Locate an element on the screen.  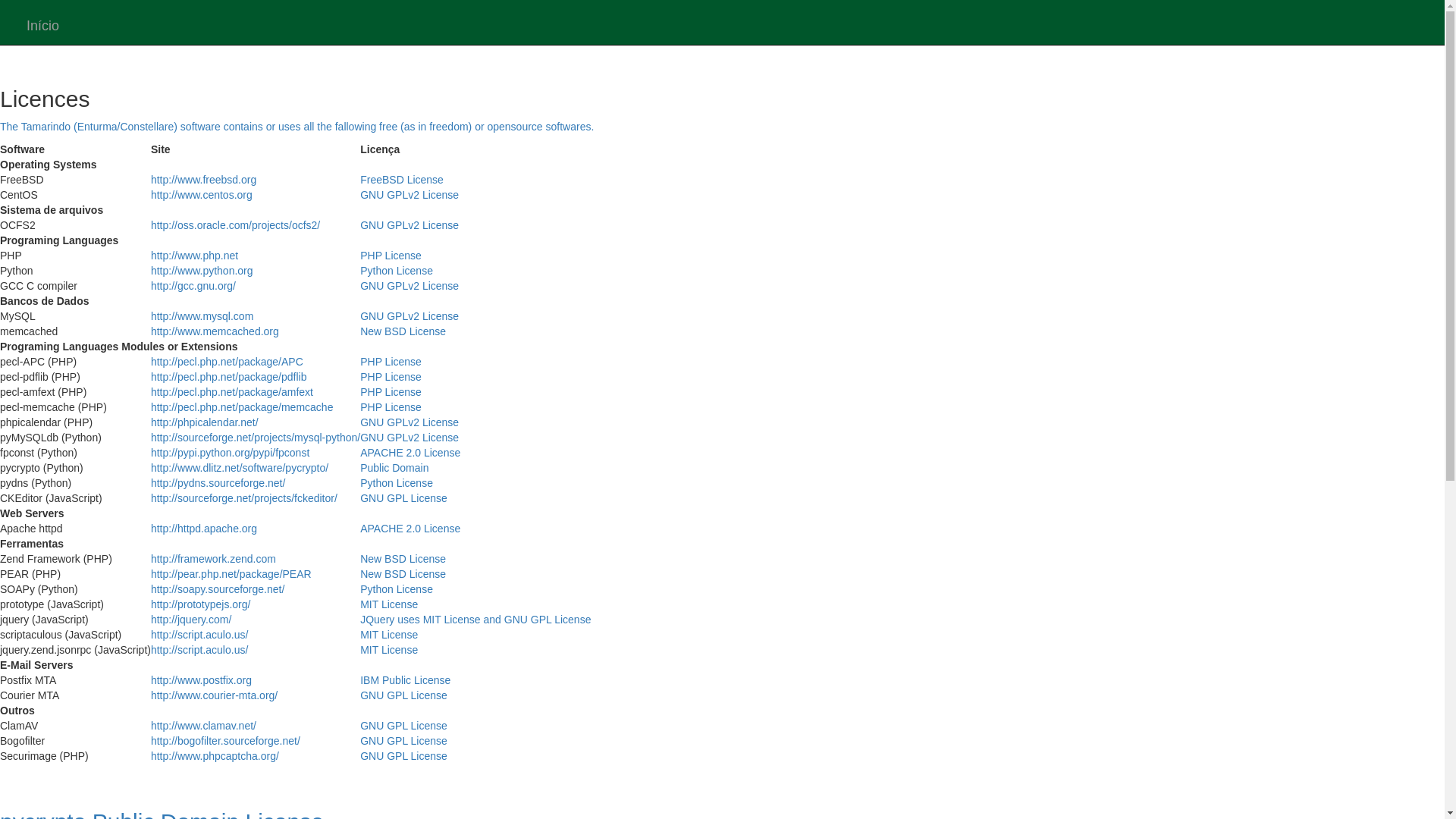
'http://soapy.sourceforge.net/' is located at coordinates (217, 588).